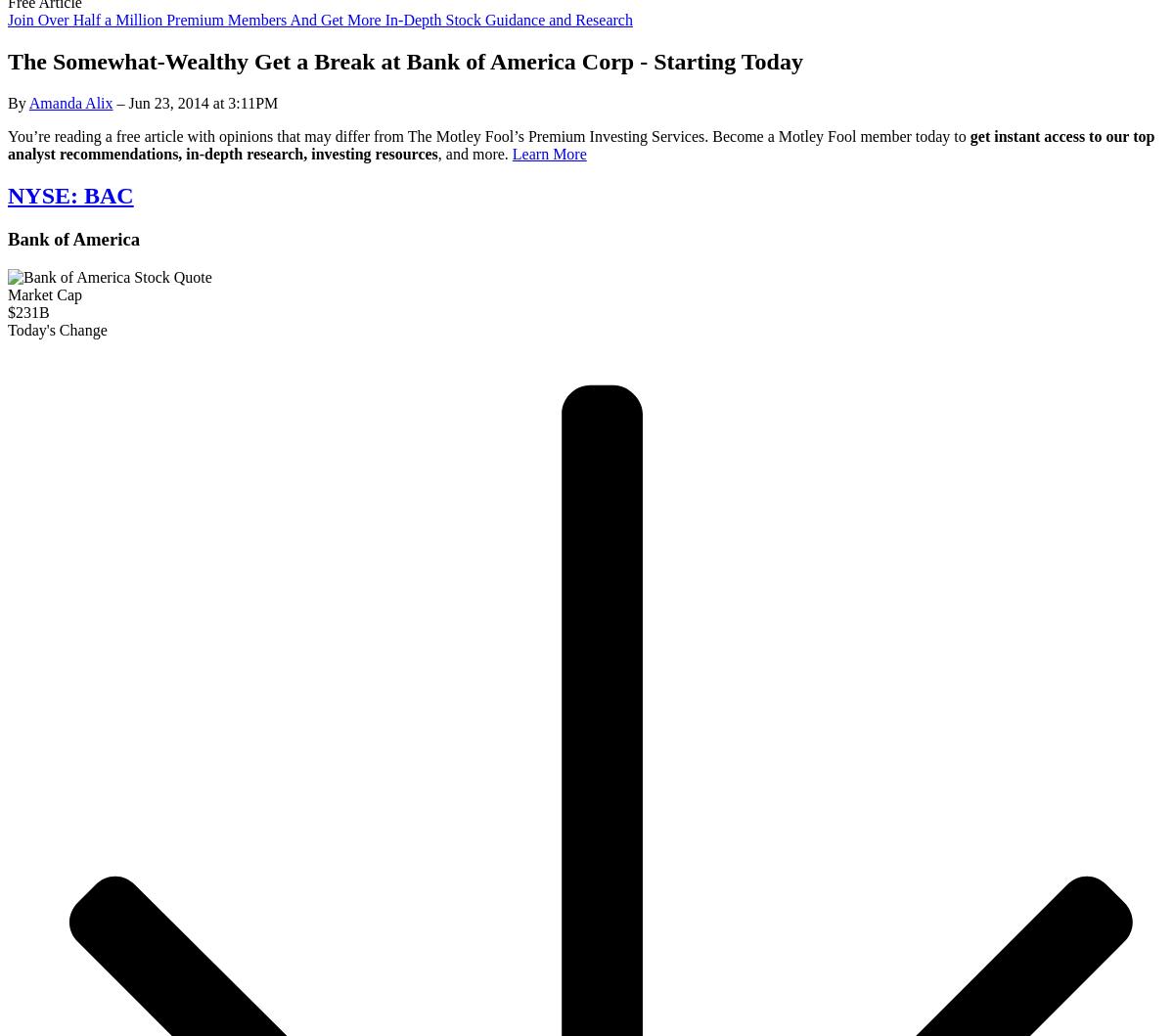 The height and width of the screenshot is (1036, 1174). What do you see at coordinates (194, 103) in the screenshot?
I see `'–
Jun 23, 2014 at 3:11PM'` at bounding box center [194, 103].